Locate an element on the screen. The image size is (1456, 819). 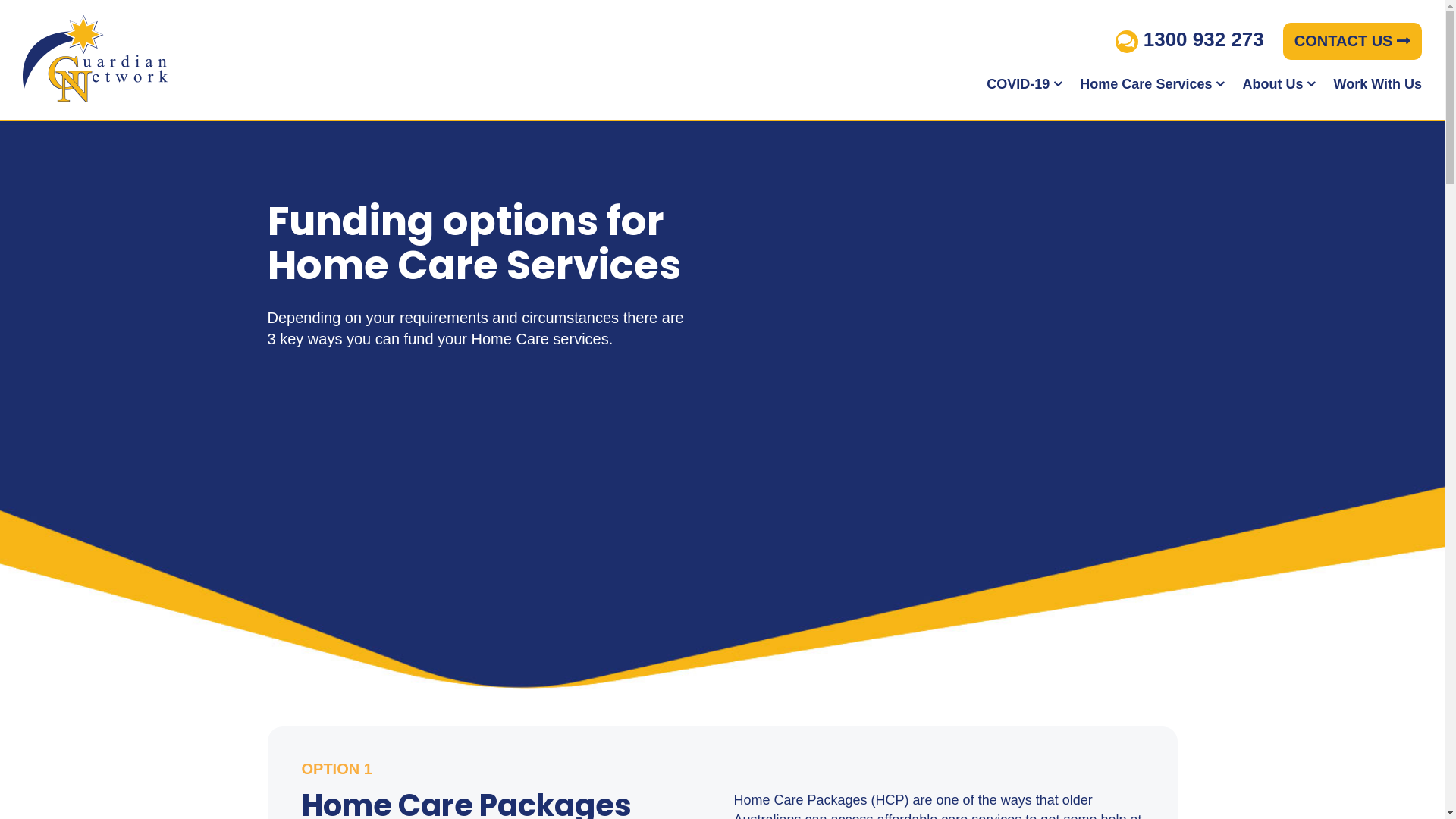
'1300 932 273' is located at coordinates (1189, 38).